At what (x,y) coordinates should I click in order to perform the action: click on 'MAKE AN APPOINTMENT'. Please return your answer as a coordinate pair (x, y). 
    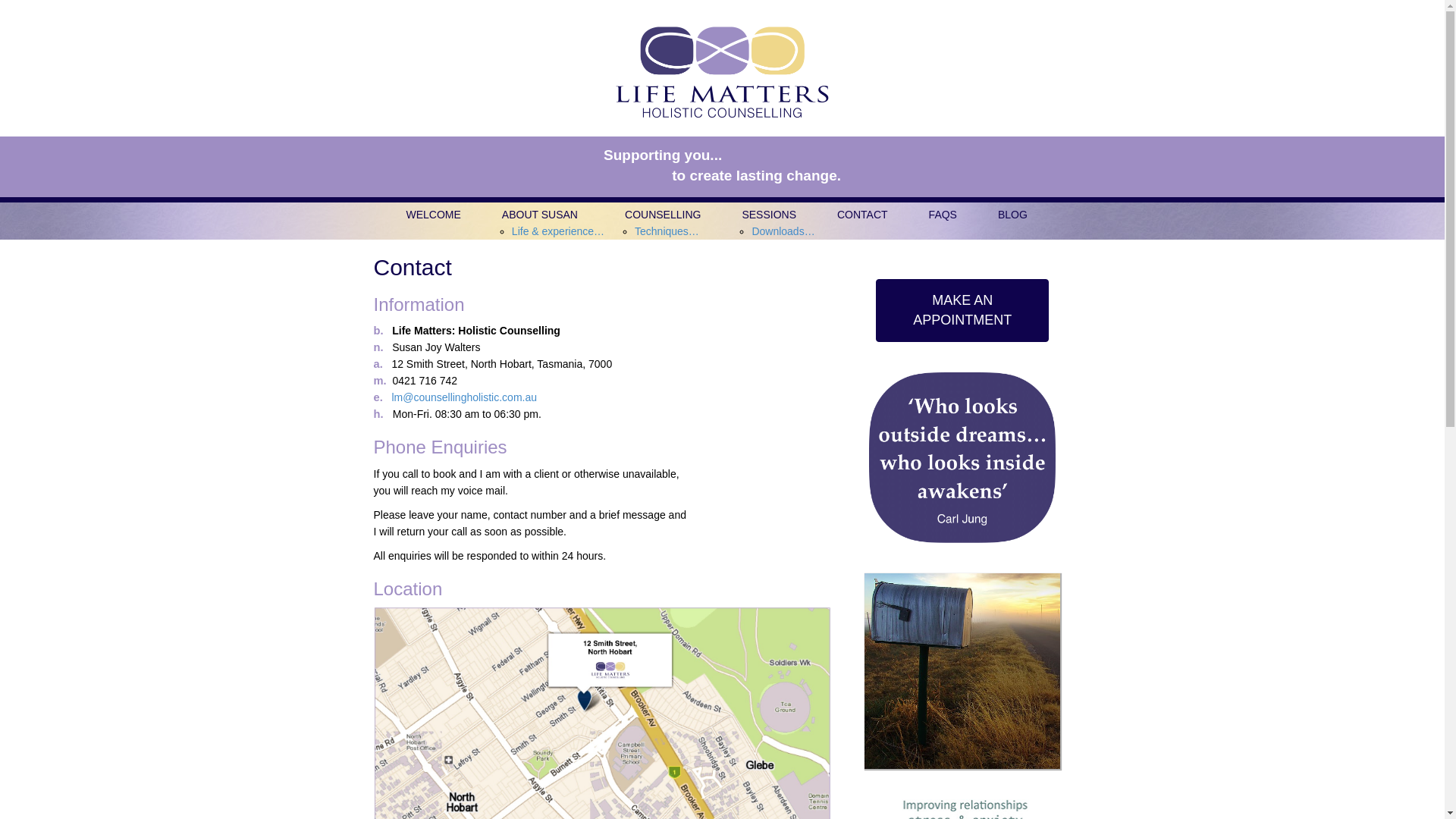
    Looking at the image, I should click on (961, 309).